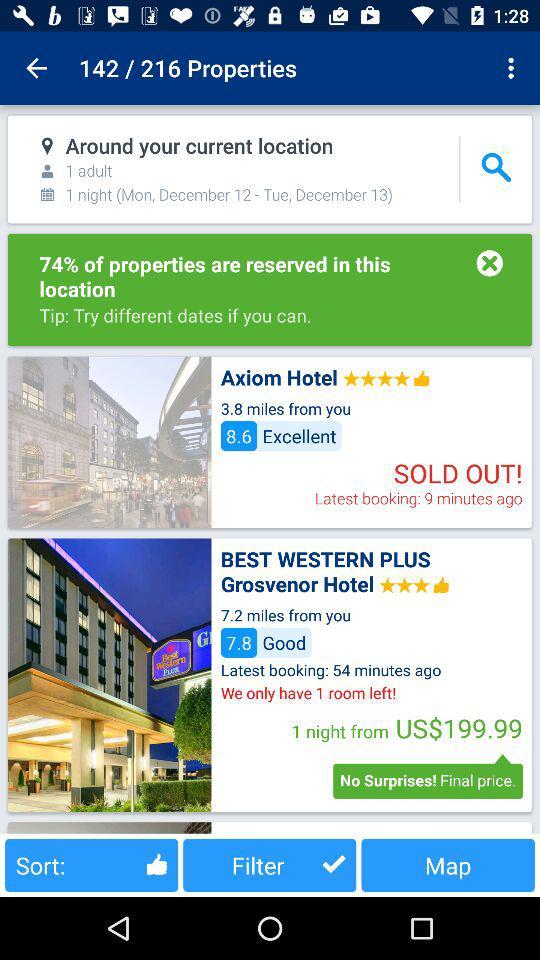 The image size is (540, 960). What do you see at coordinates (36, 68) in the screenshot?
I see `item to the left of 142 / 216 properties app` at bounding box center [36, 68].